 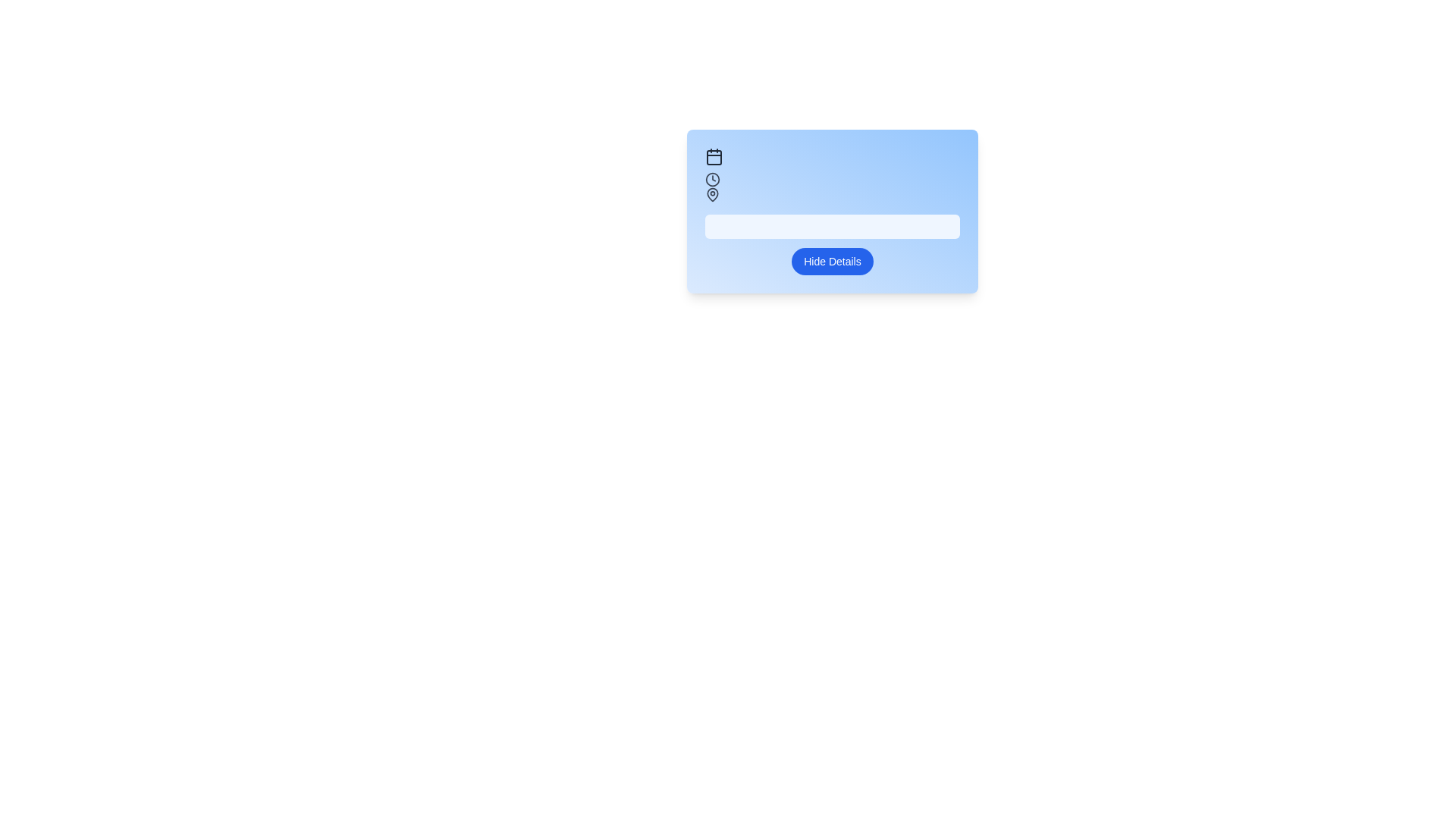 I want to click on the pin or marker icon, which is the third icon in the vertical sequence on the left side of the panel with a blue gradient background, so click(x=712, y=193).